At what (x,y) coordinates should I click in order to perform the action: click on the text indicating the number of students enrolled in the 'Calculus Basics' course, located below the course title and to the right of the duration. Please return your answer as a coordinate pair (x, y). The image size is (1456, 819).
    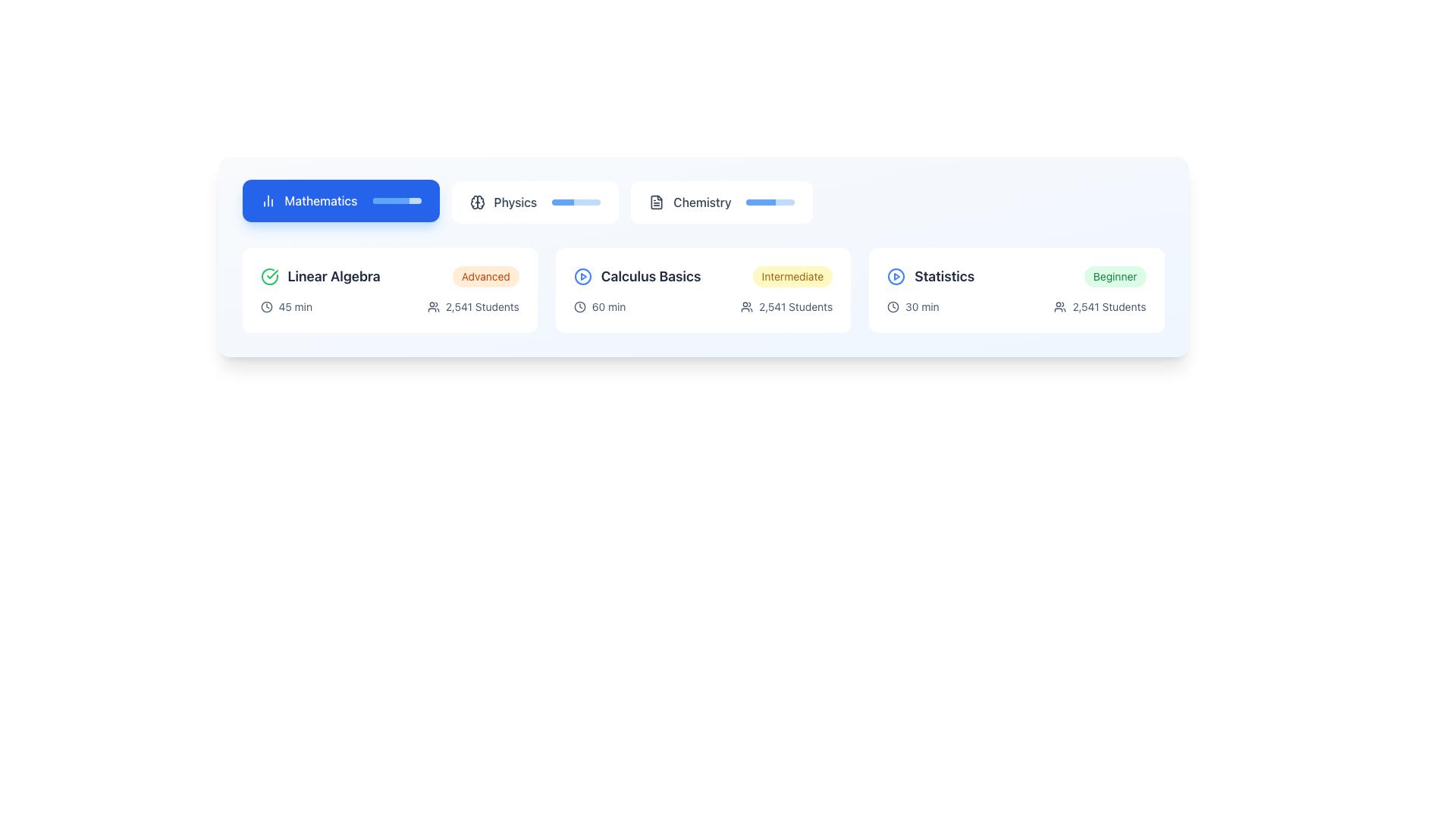
    Looking at the image, I should click on (786, 307).